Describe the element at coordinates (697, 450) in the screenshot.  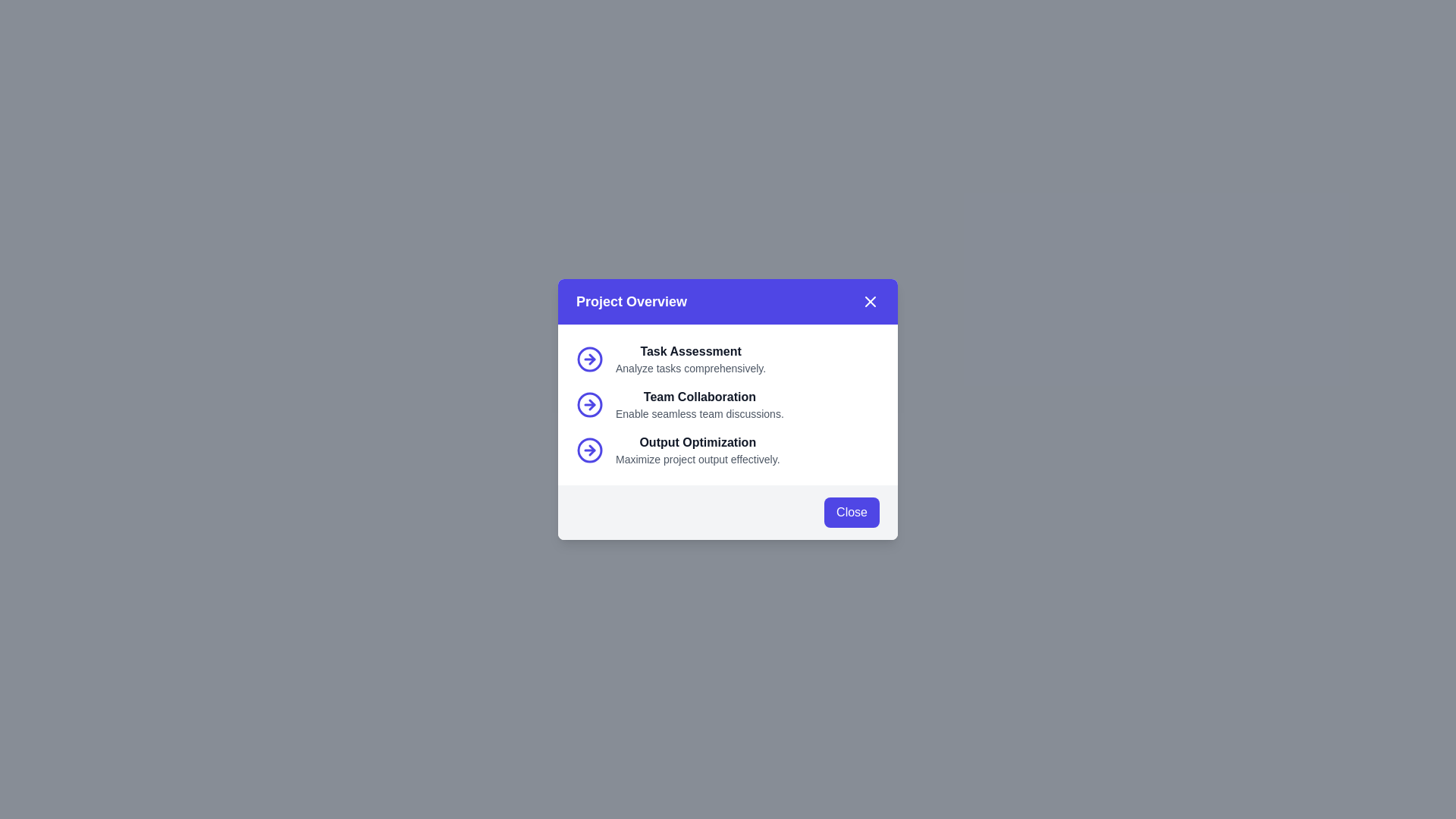
I see `the textual content group titled 'Output Optimization' which contains the heading and description to read the text` at that location.